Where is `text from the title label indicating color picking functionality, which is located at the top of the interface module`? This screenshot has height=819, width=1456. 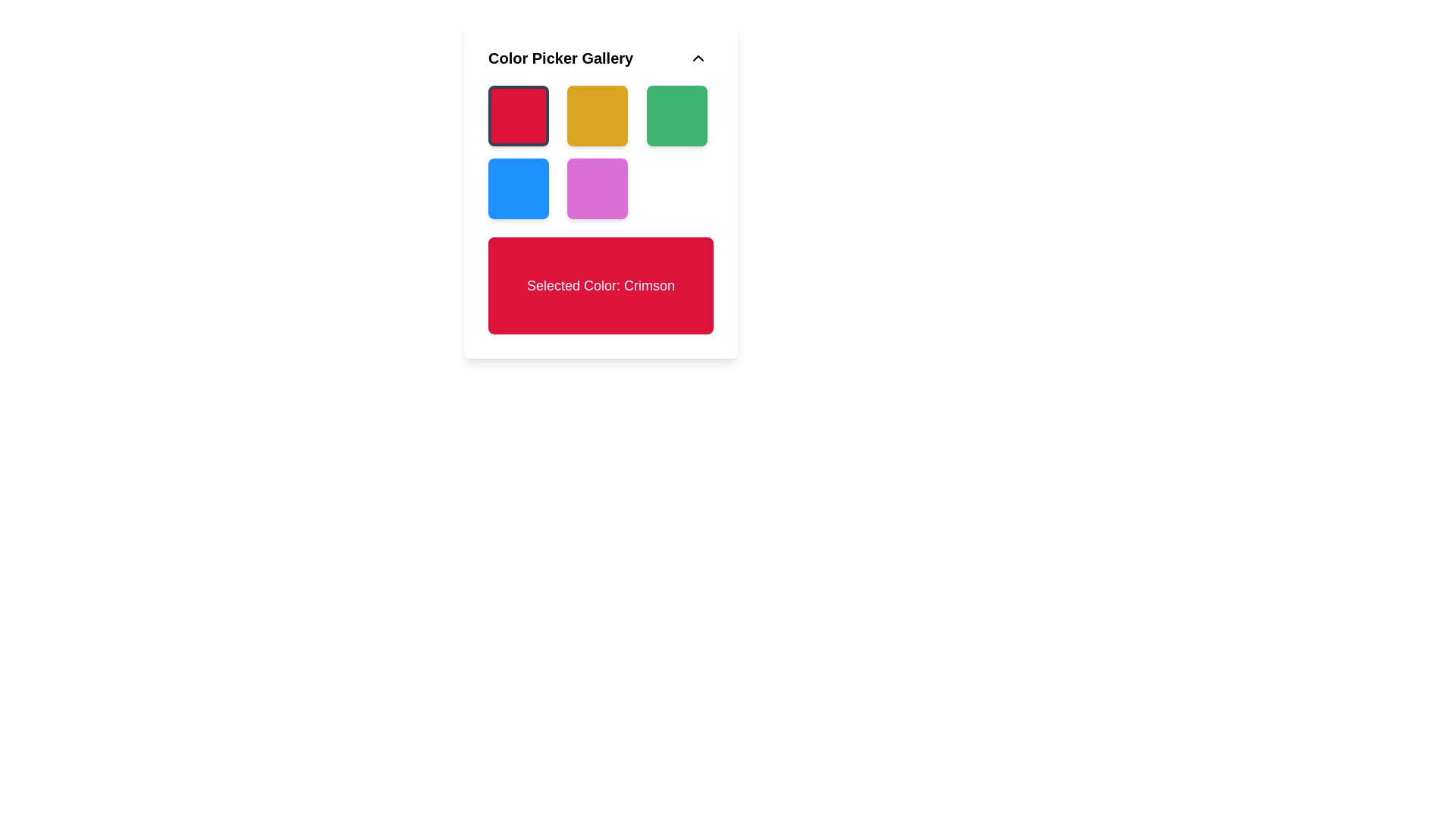
text from the title label indicating color picking functionality, which is located at the top of the interface module is located at coordinates (560, 58).